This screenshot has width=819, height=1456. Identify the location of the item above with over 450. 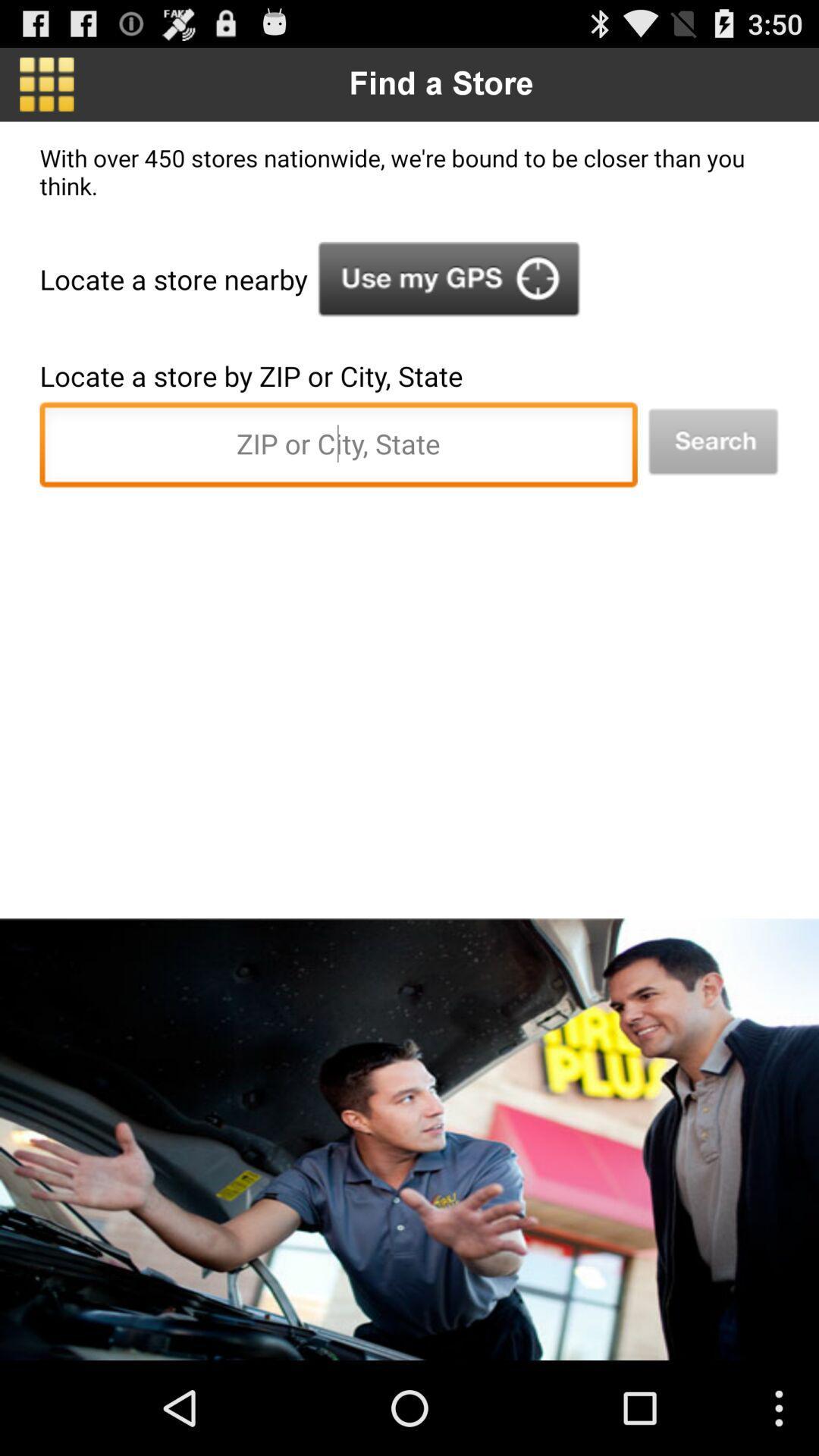
(45, 83).